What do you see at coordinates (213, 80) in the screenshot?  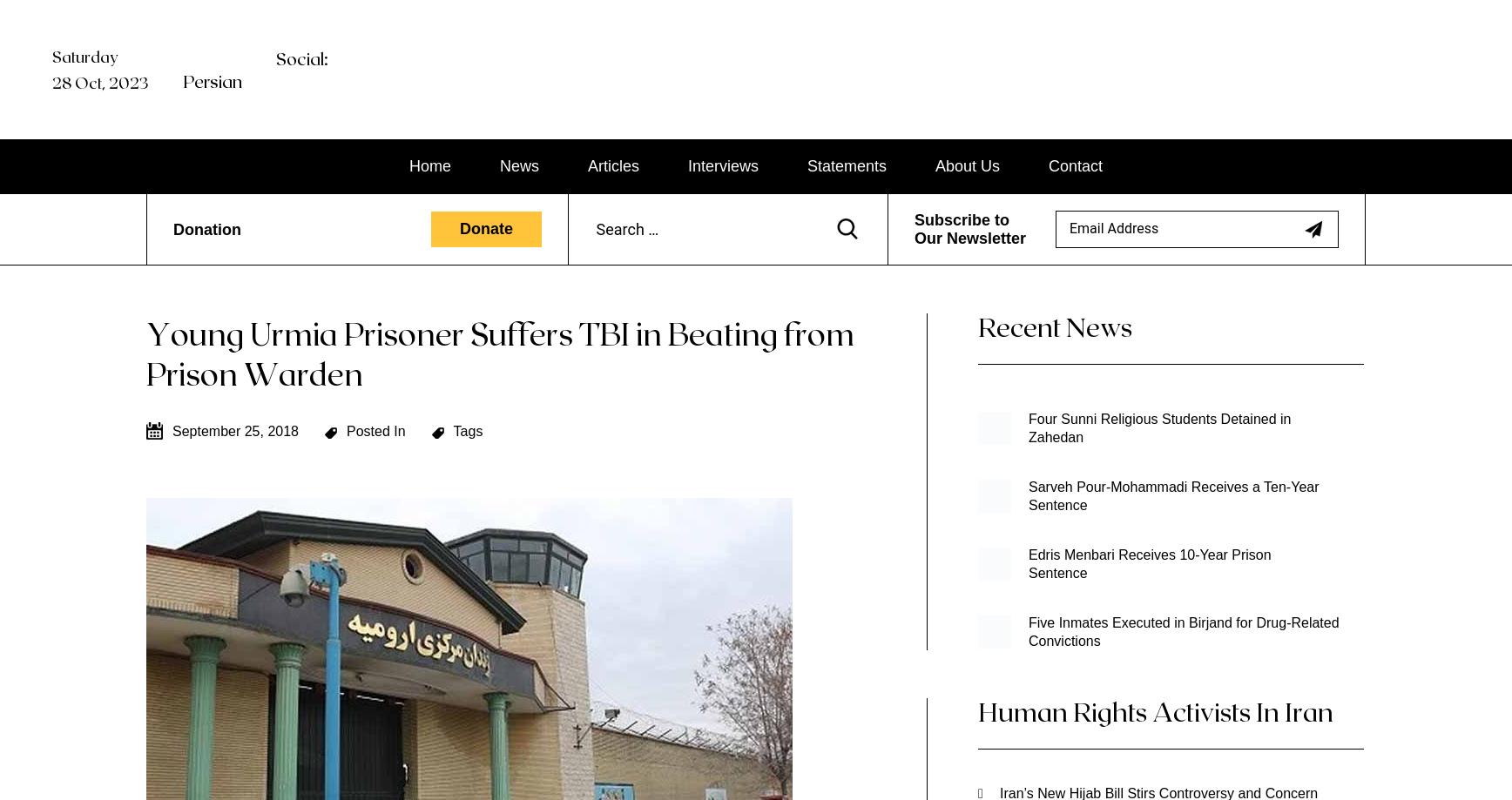 I see `'Persian'` at bounding box center [213, 80].